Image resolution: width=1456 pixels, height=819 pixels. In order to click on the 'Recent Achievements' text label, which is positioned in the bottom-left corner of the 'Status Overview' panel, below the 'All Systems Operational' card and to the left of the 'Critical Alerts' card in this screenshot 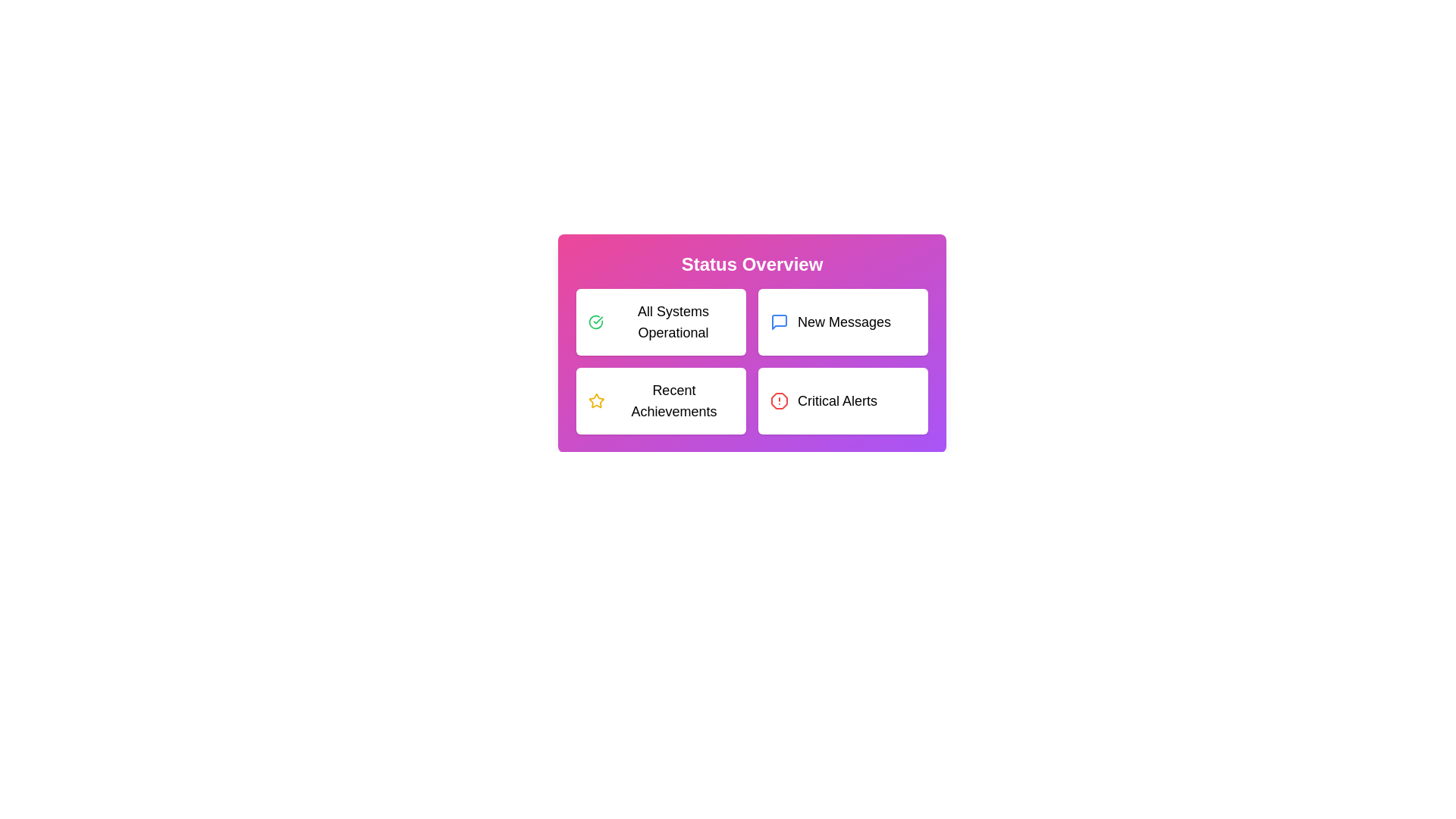, I will do `click(673, 400)`.